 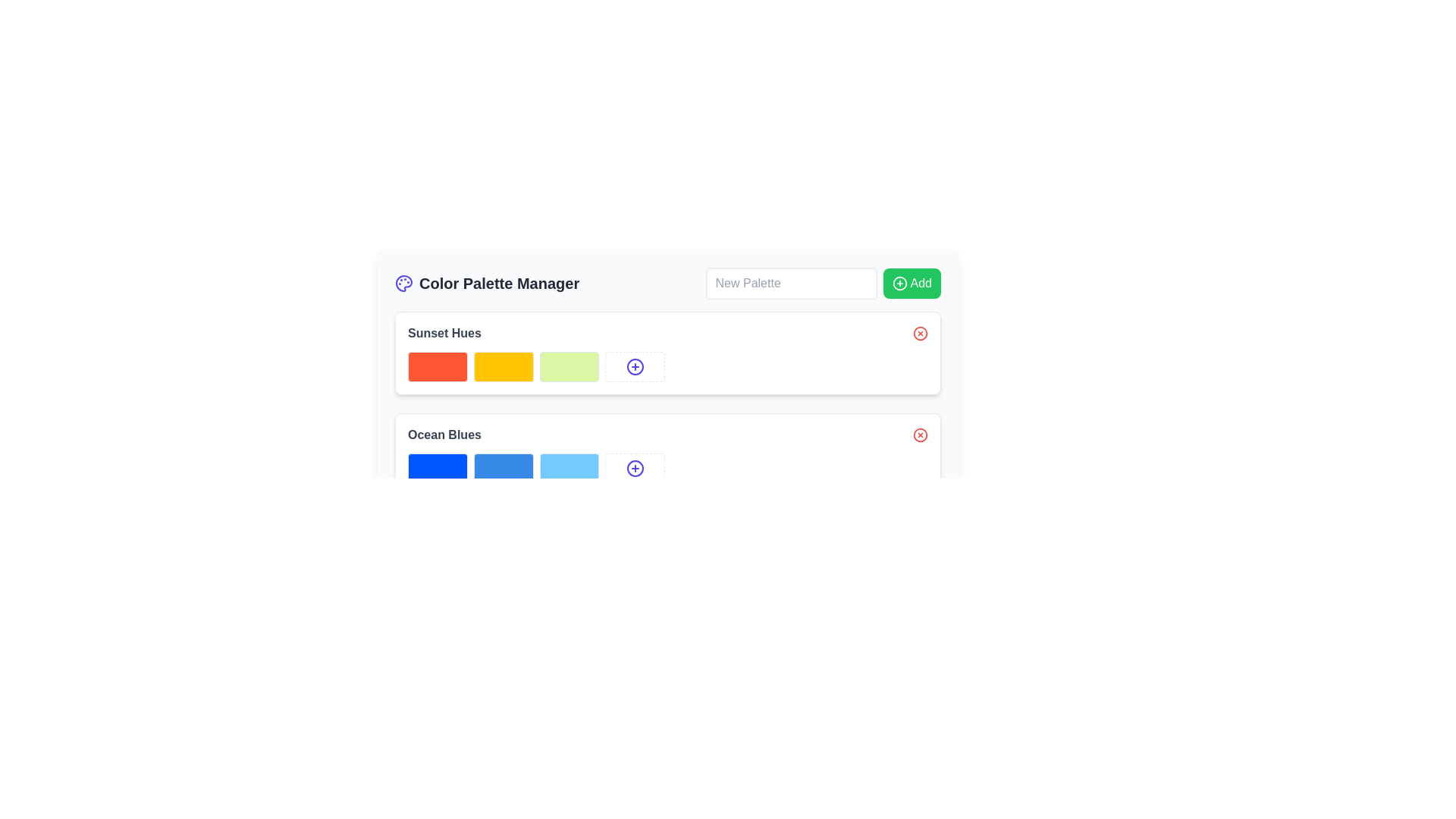 What do you see at coordinates (568, 366) in the screenshot?
I see `the light green rectangular box with rounded corners, which is the third block in a row of three` at bounding box center [568, 366].